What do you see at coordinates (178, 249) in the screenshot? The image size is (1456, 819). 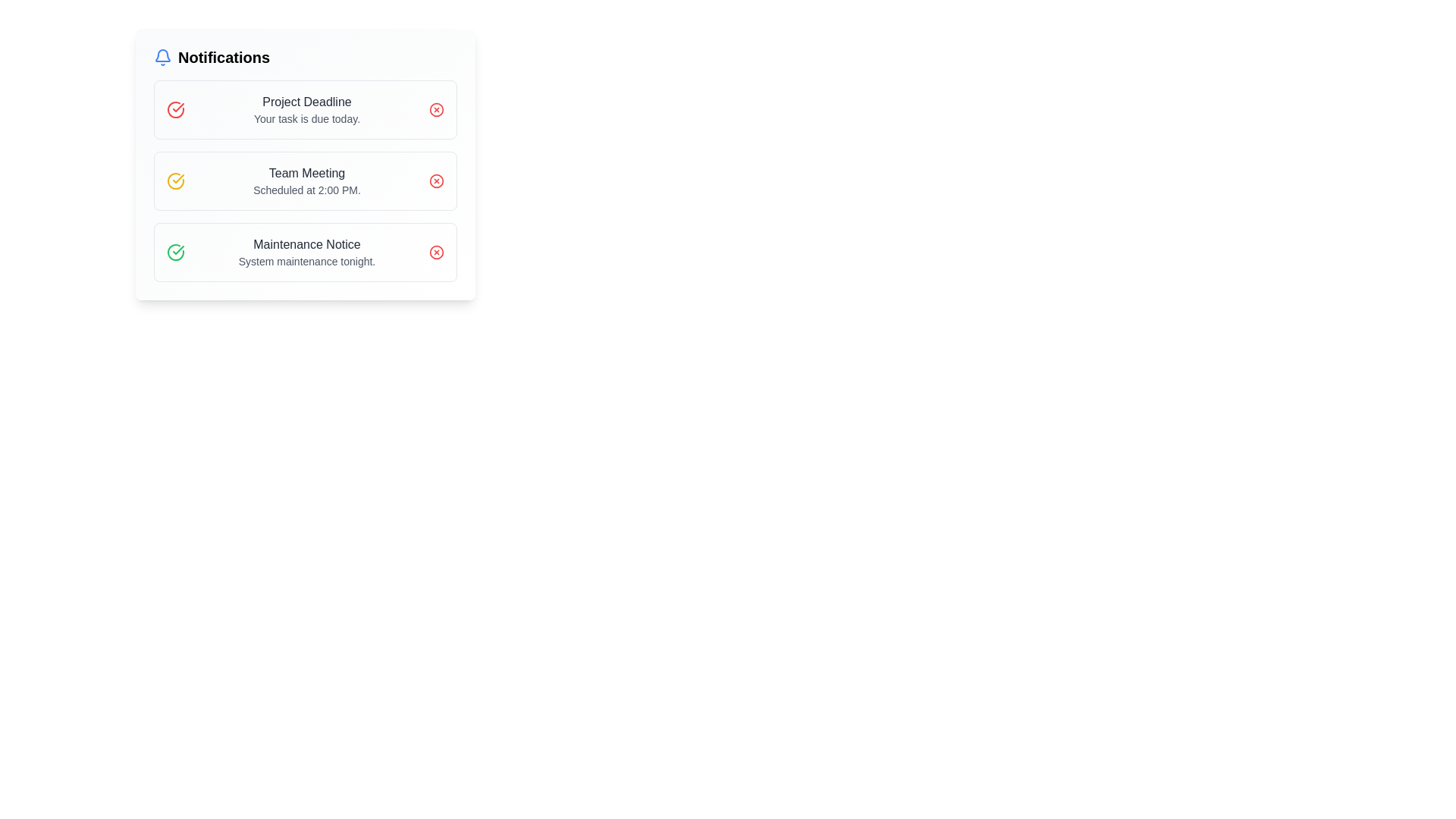 I see `the small green checkmark icon within the notification labeled 'Maintenance Notice', which indicates a positive or completion status` at bounding box center [178, 249].